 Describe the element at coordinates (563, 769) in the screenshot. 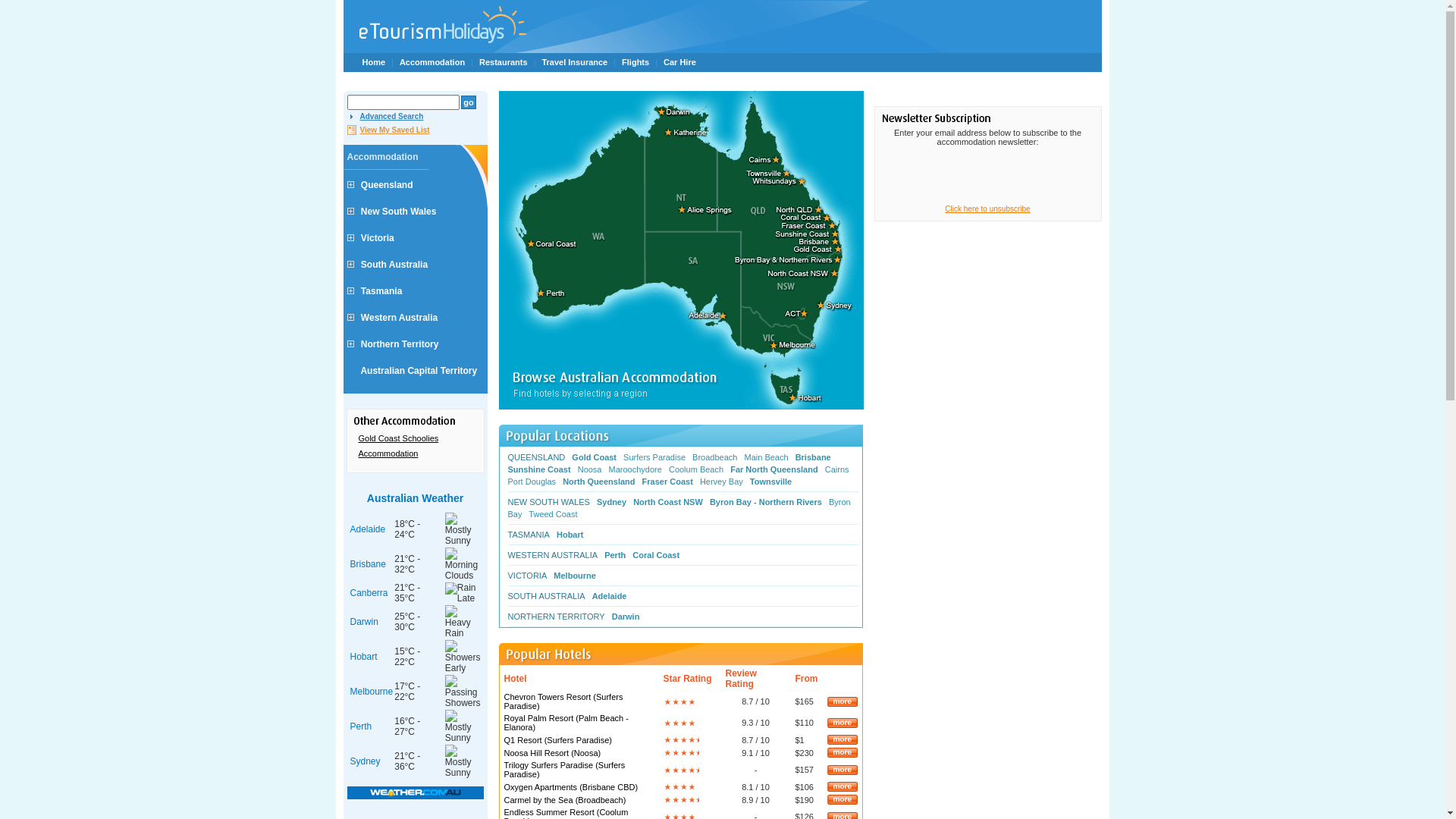

I see `'Trilogy Surfers Paradise (Surfers Paradise)'` at that location.